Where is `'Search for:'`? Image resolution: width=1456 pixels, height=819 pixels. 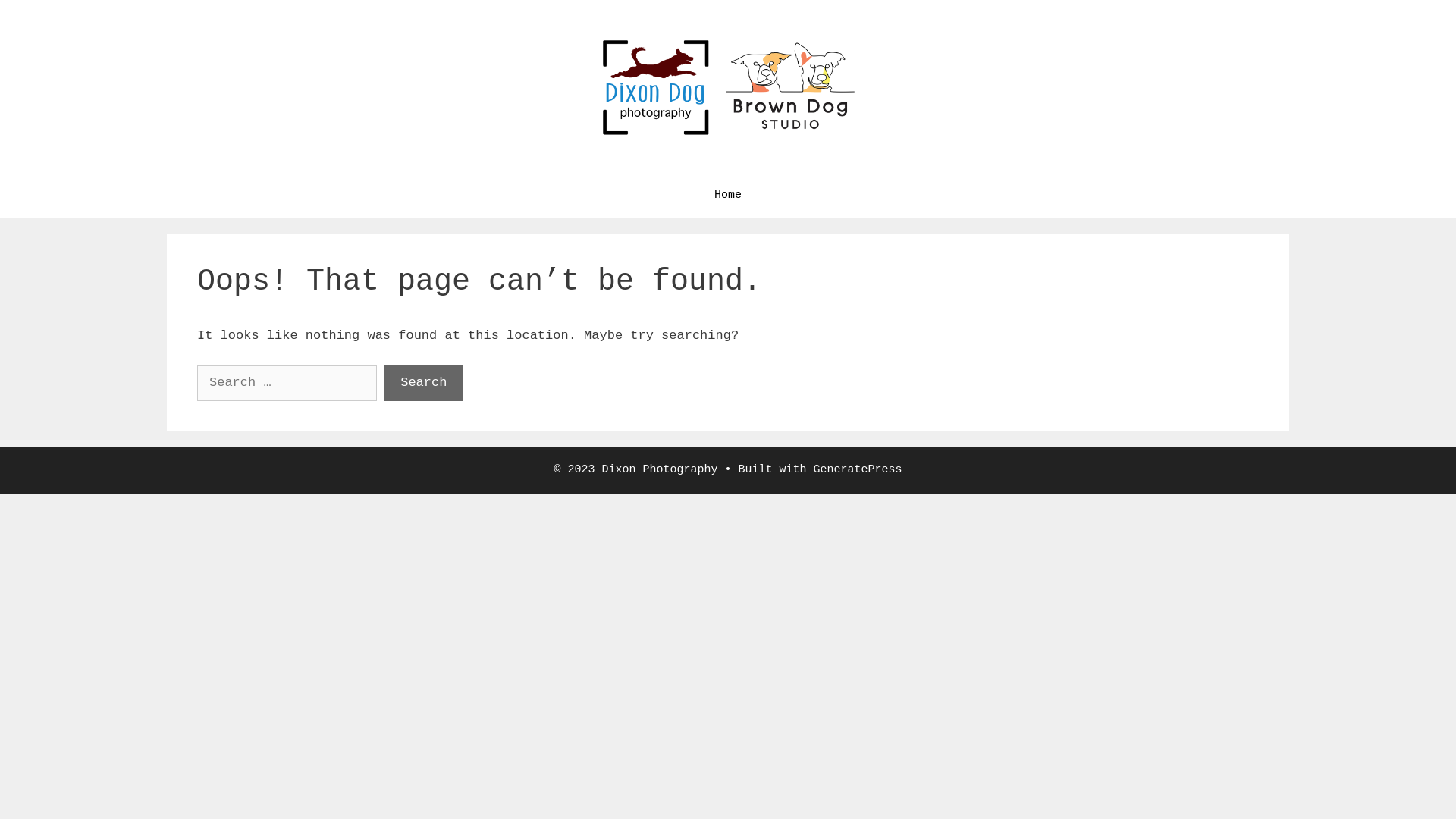
'Search for:' is located at coordinates (287, 382).